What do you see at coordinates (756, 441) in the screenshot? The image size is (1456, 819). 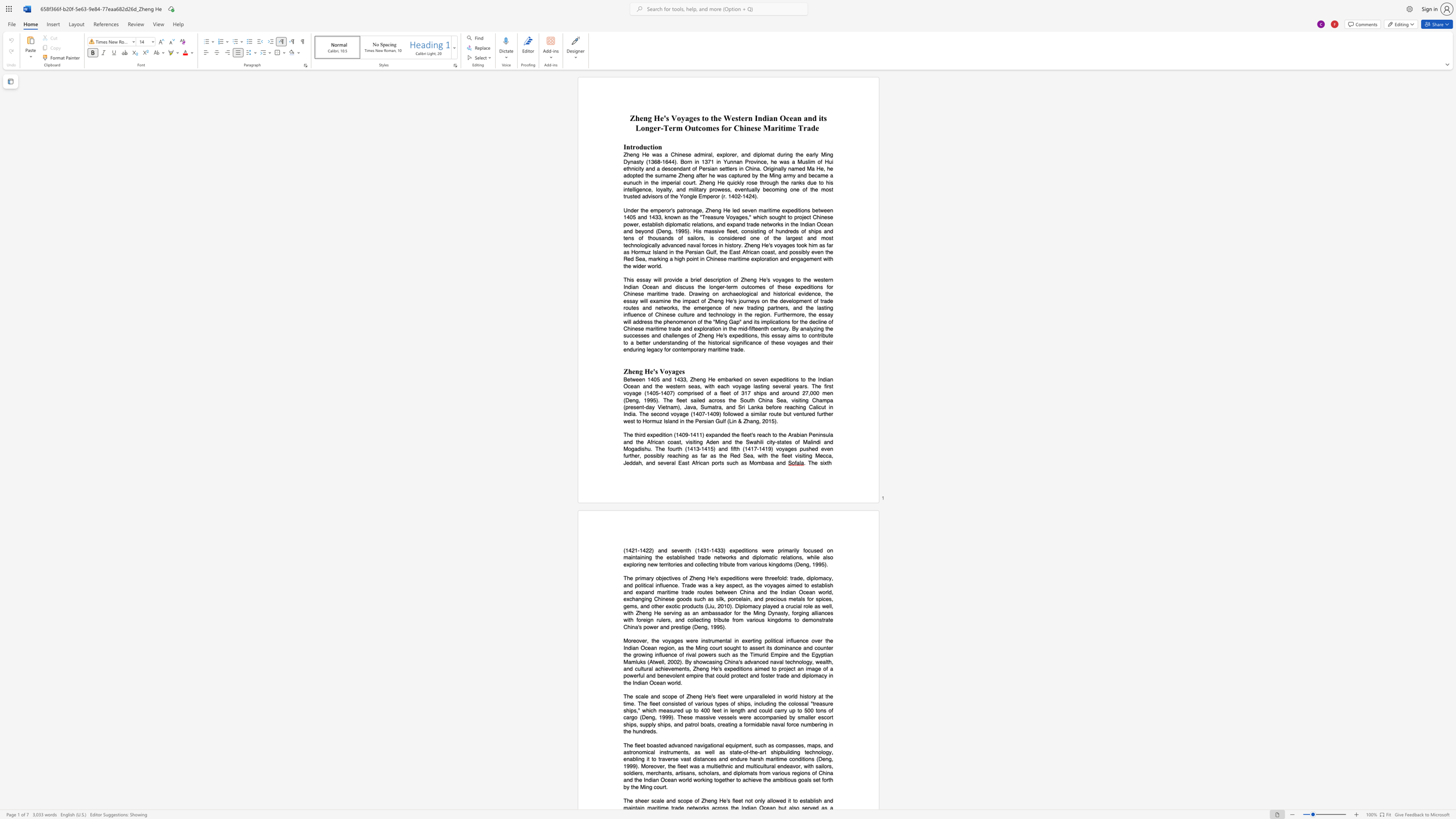 I see `the space between the continuous character "a" and "h" in the text` at bounding box center [756, 441].